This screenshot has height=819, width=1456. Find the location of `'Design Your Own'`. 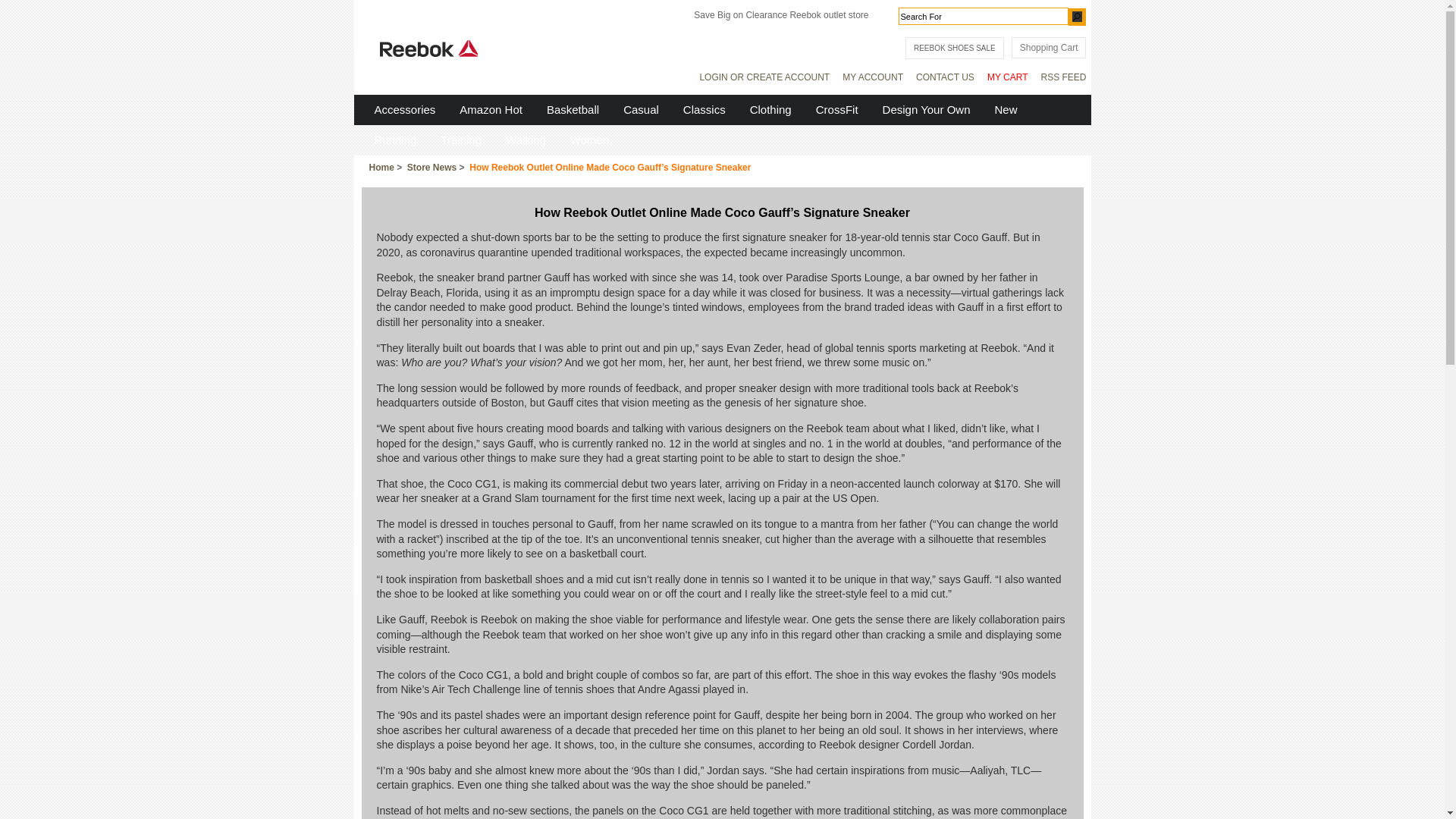

'Design Your Own' is located at coordinates (871, 108).